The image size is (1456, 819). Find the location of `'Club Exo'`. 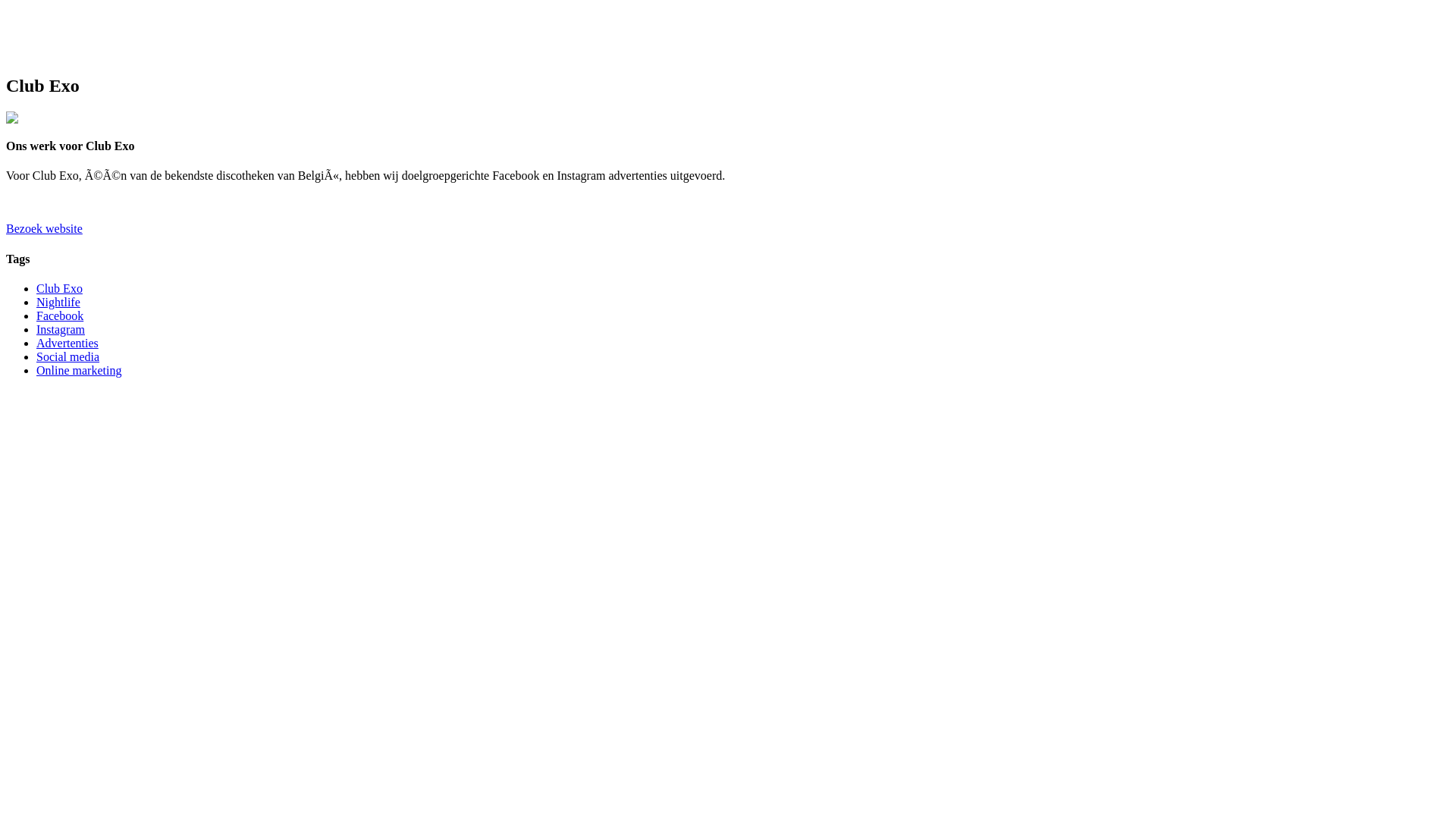

'Club Exo' is located at coordinates (59, 288).